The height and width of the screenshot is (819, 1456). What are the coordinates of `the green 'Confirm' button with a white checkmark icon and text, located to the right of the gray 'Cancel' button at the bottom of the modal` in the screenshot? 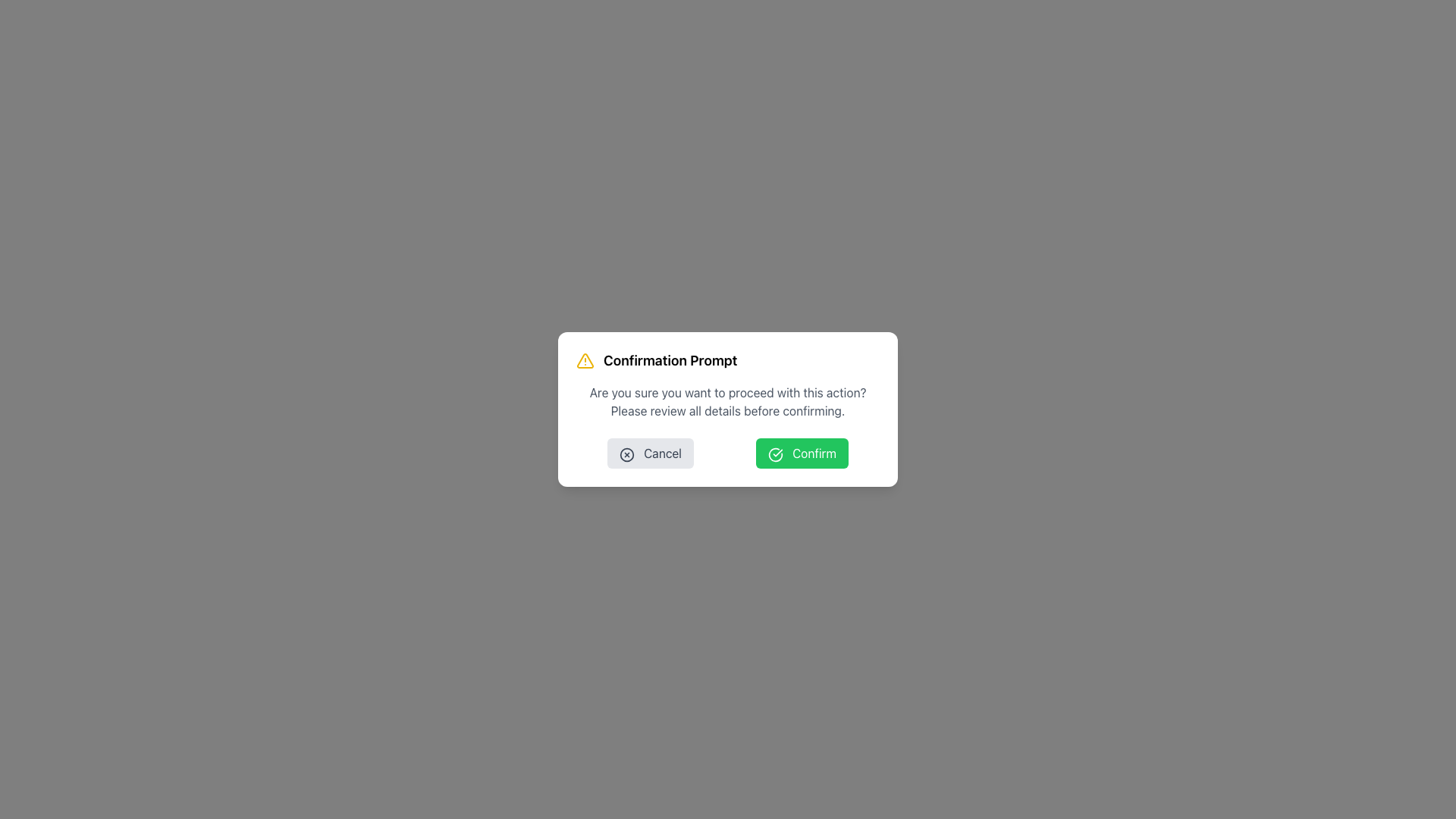 It's located at (801, 452).